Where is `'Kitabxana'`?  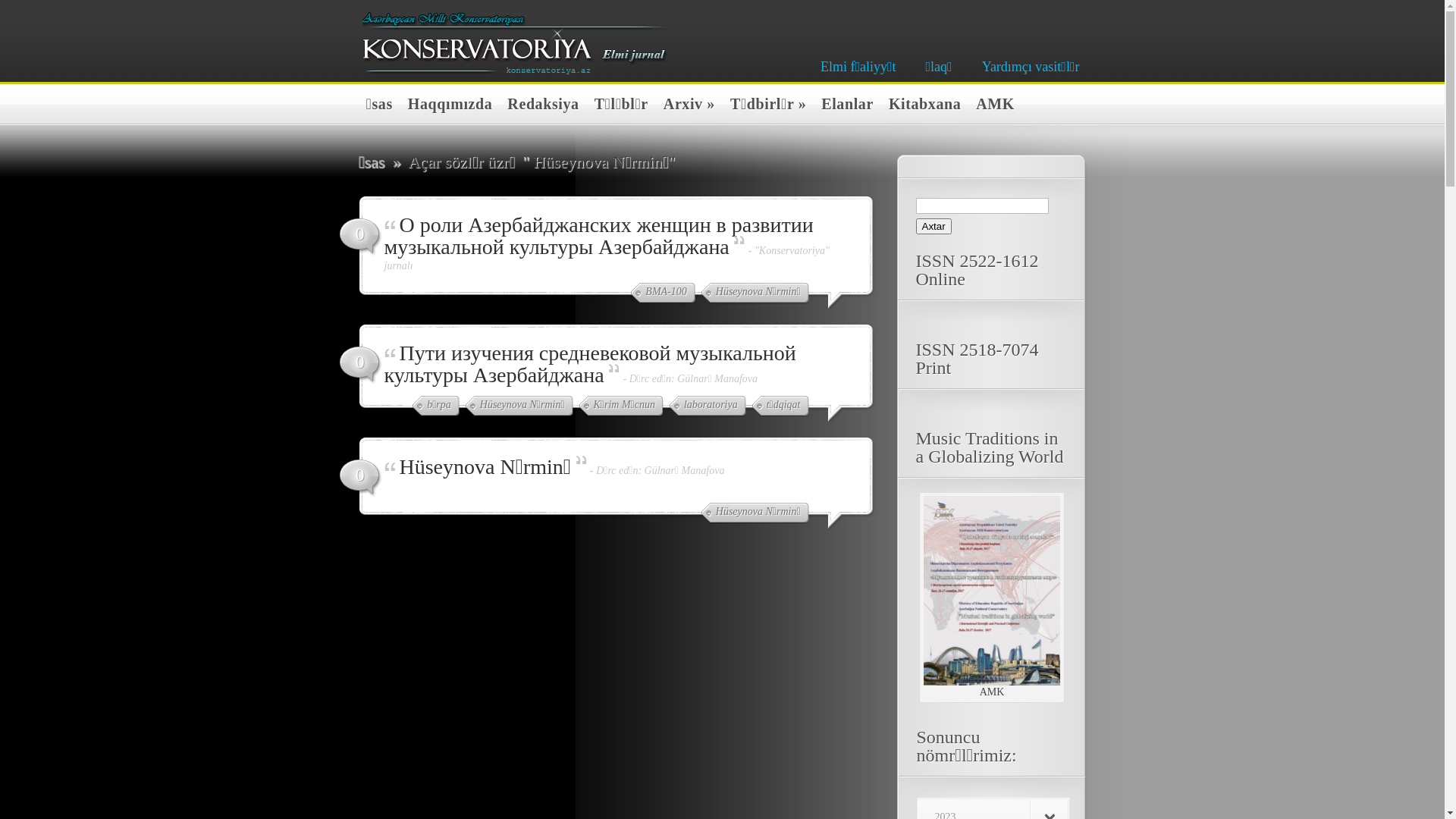
'Kitabxana' is located at coordinates (920, 105).